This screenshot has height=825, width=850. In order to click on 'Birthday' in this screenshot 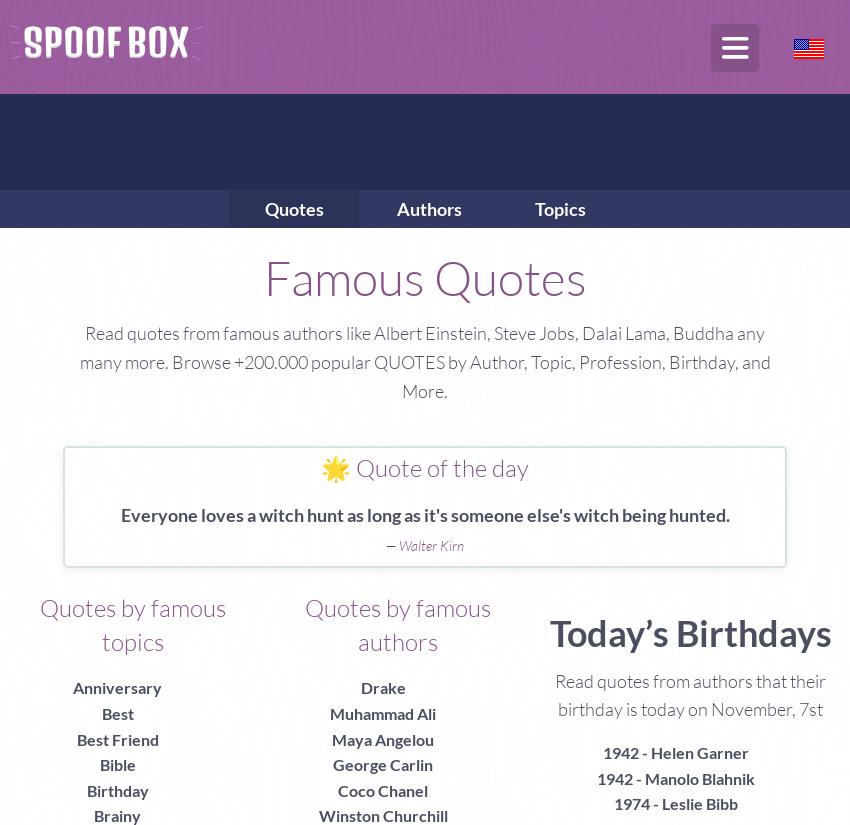, I will do `click(85, 788)`.